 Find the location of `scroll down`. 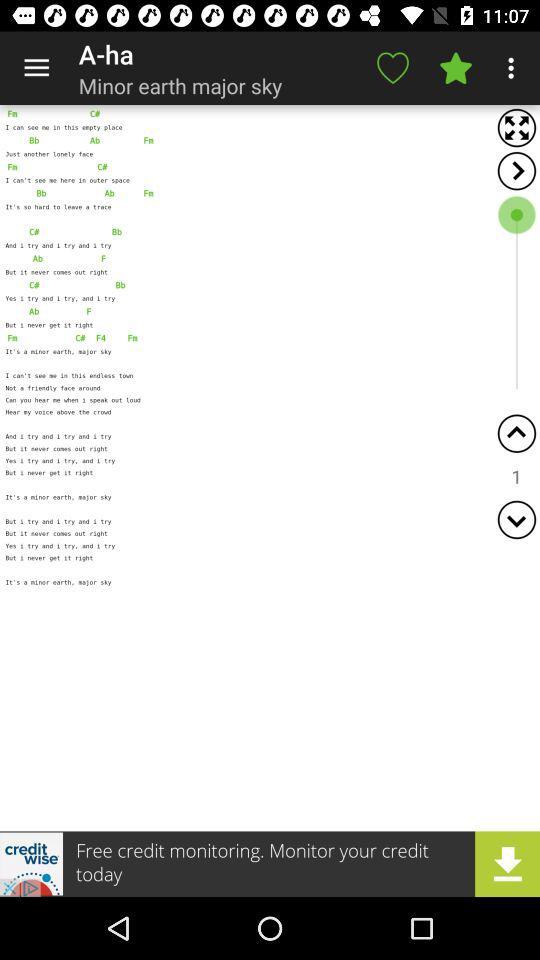

scroll down is located at coordinates (516, 518).